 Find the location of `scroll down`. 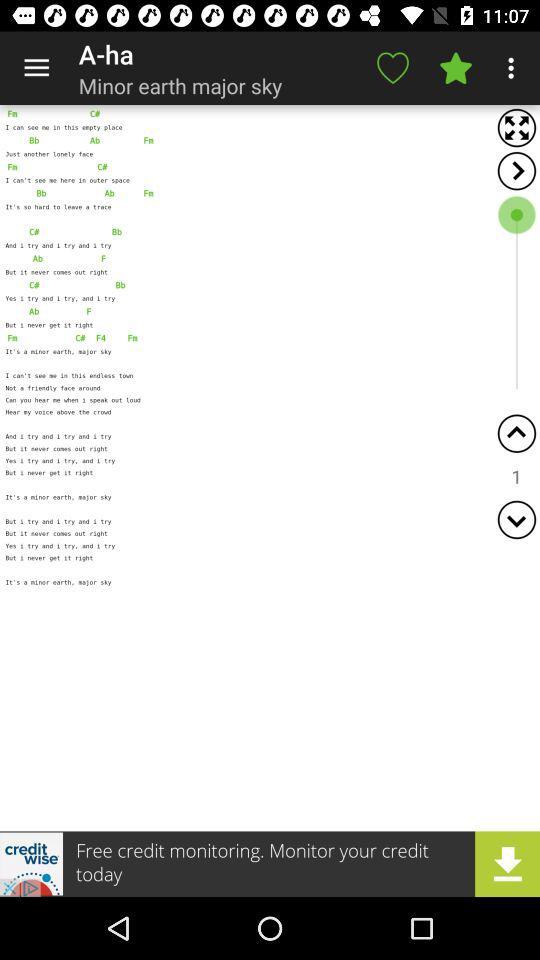

scroll down is located at coordinates (516, 518).